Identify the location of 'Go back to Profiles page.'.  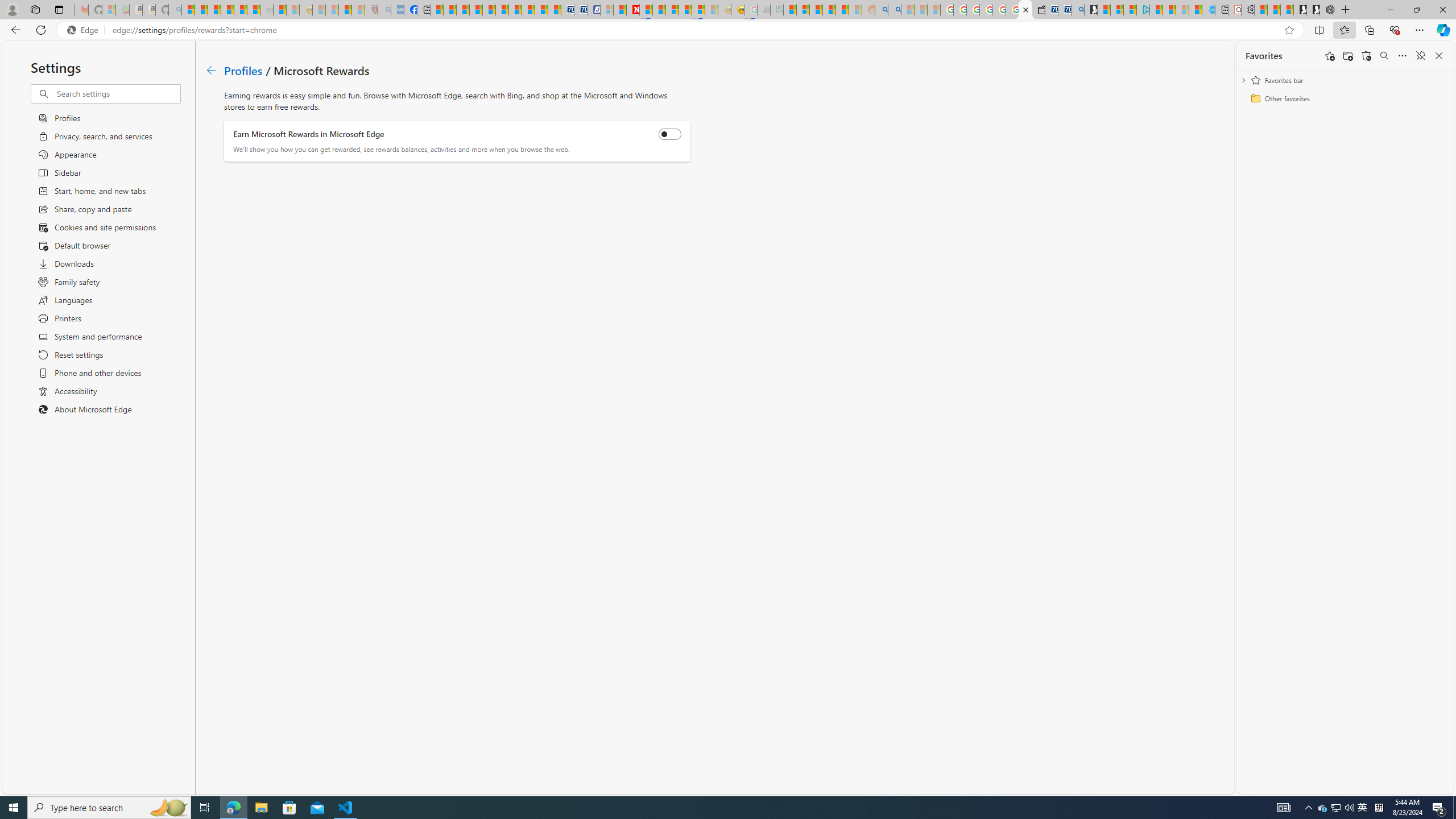
(210, 70).